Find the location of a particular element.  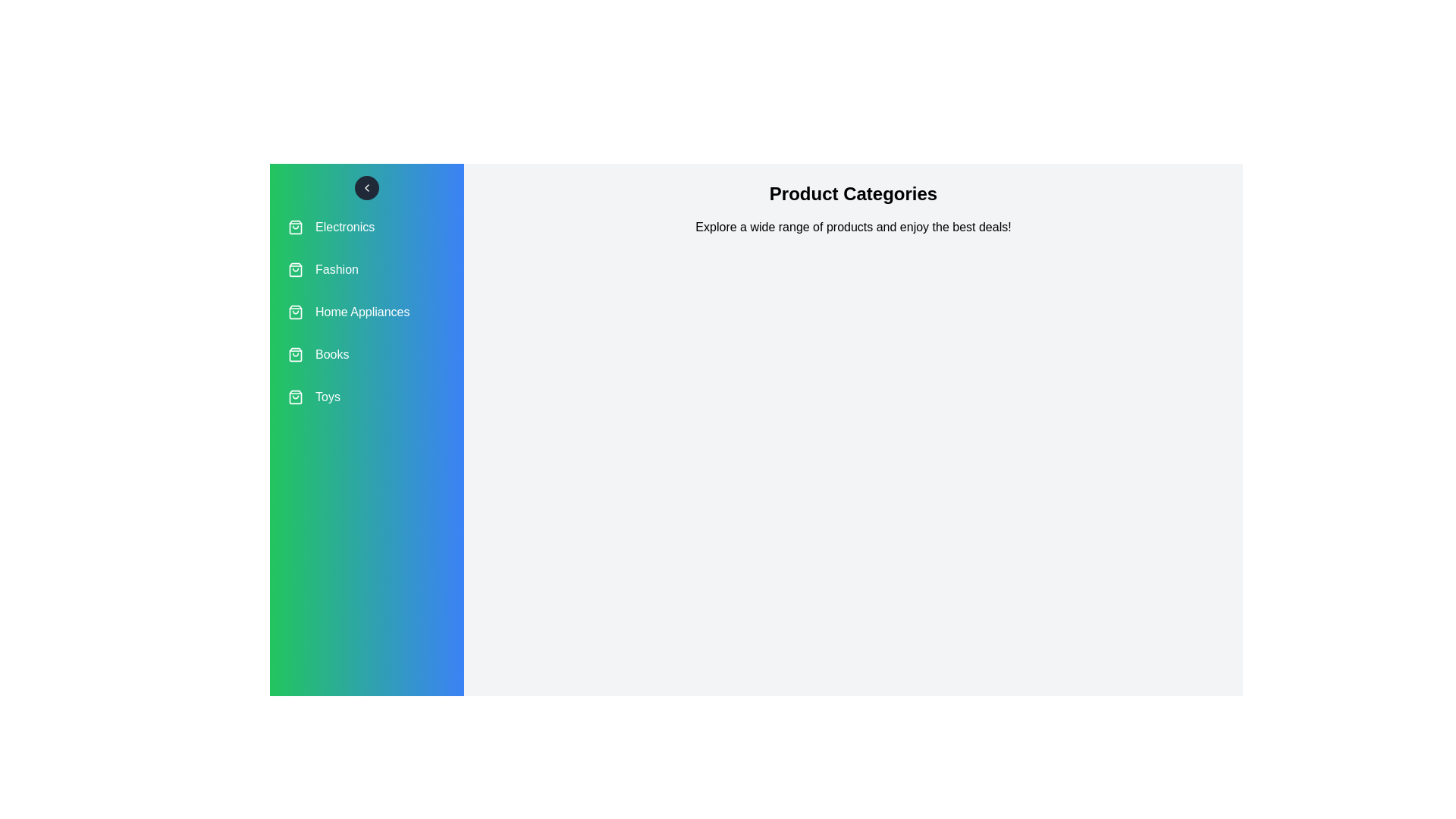

the category Fashion is located at coordinates (367, 268).